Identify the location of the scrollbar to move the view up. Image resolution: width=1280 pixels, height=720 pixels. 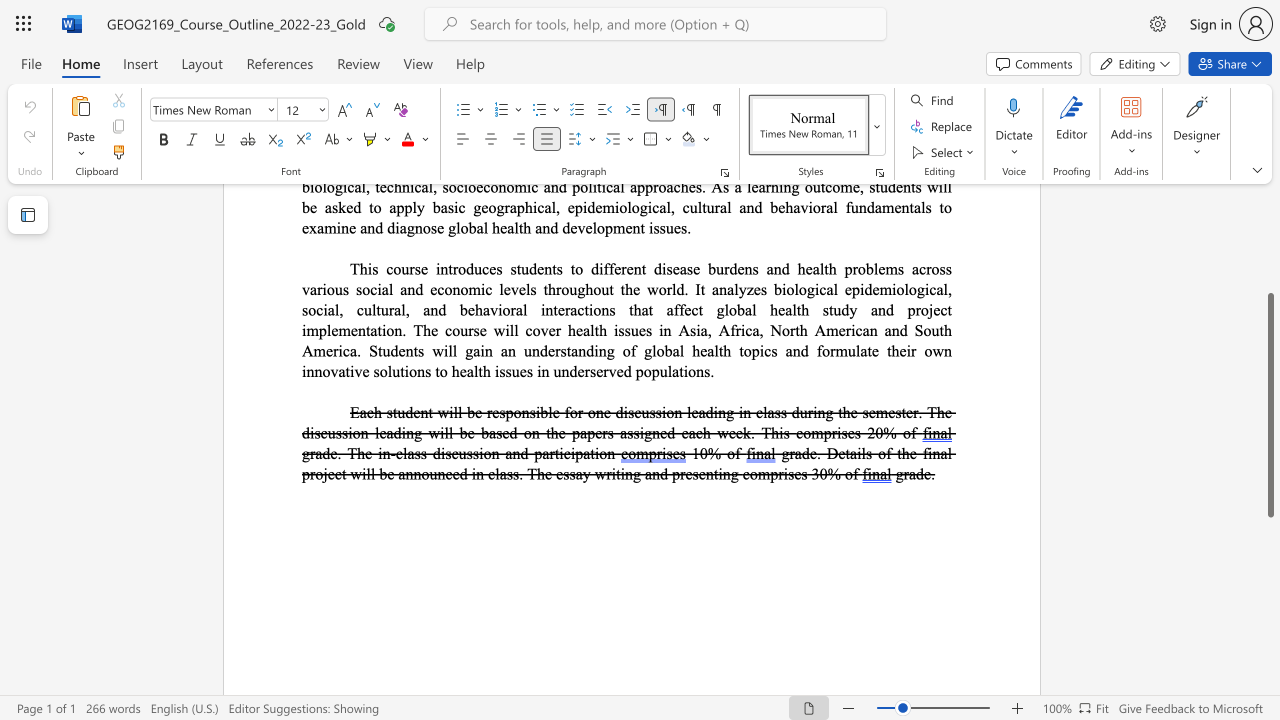
(1269, 220).